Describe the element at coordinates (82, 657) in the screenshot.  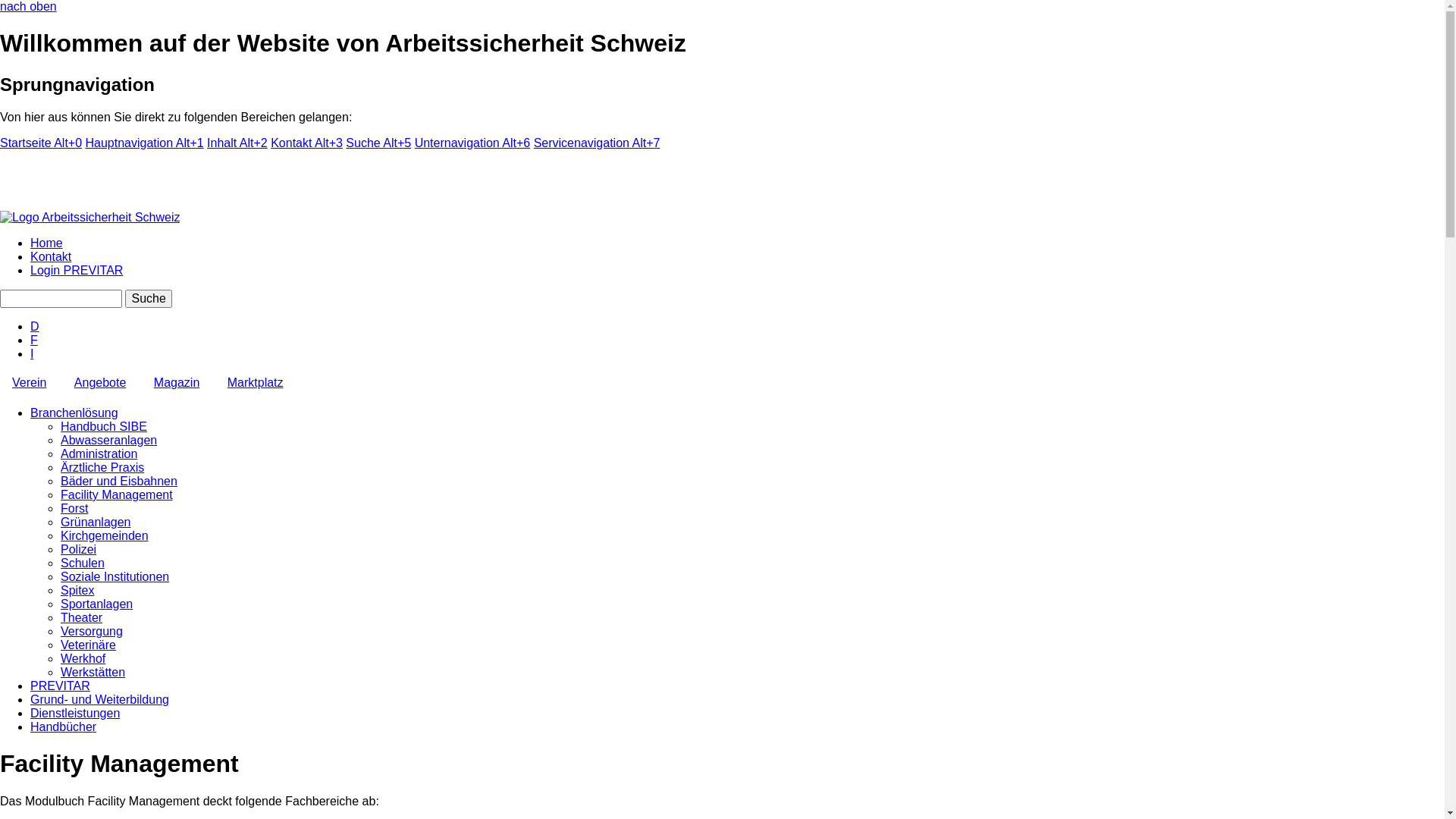
I see `'Werkhof'` at that location.